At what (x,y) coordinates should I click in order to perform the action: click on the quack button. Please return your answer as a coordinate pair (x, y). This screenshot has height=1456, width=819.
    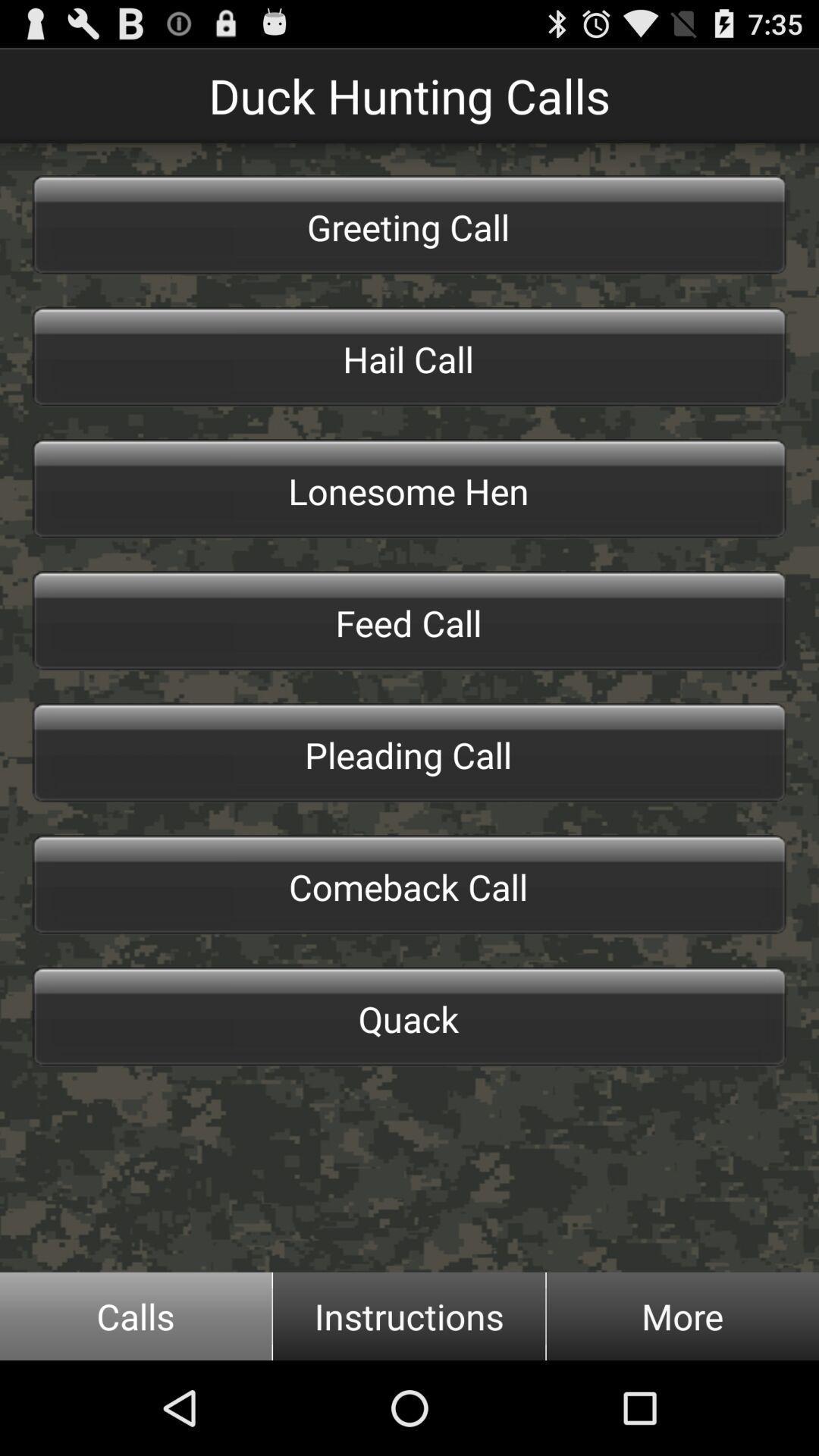
    Looking at the image, I should click on (409, 1016).